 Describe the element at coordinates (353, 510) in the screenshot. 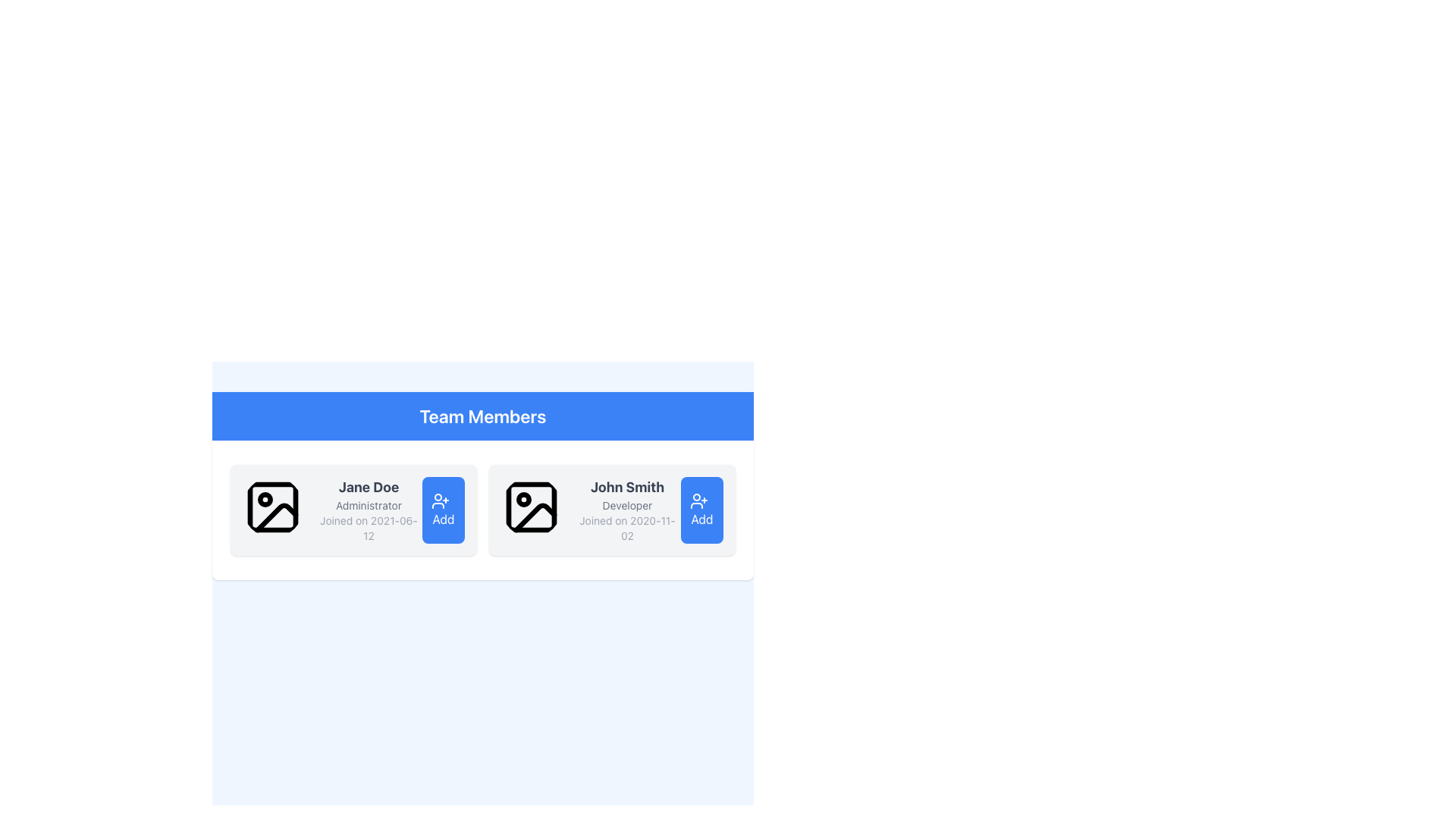

I see `the user card located at the top-left of the grid layout, just below the 'Team Members' section header, to scroll to it` at that location.